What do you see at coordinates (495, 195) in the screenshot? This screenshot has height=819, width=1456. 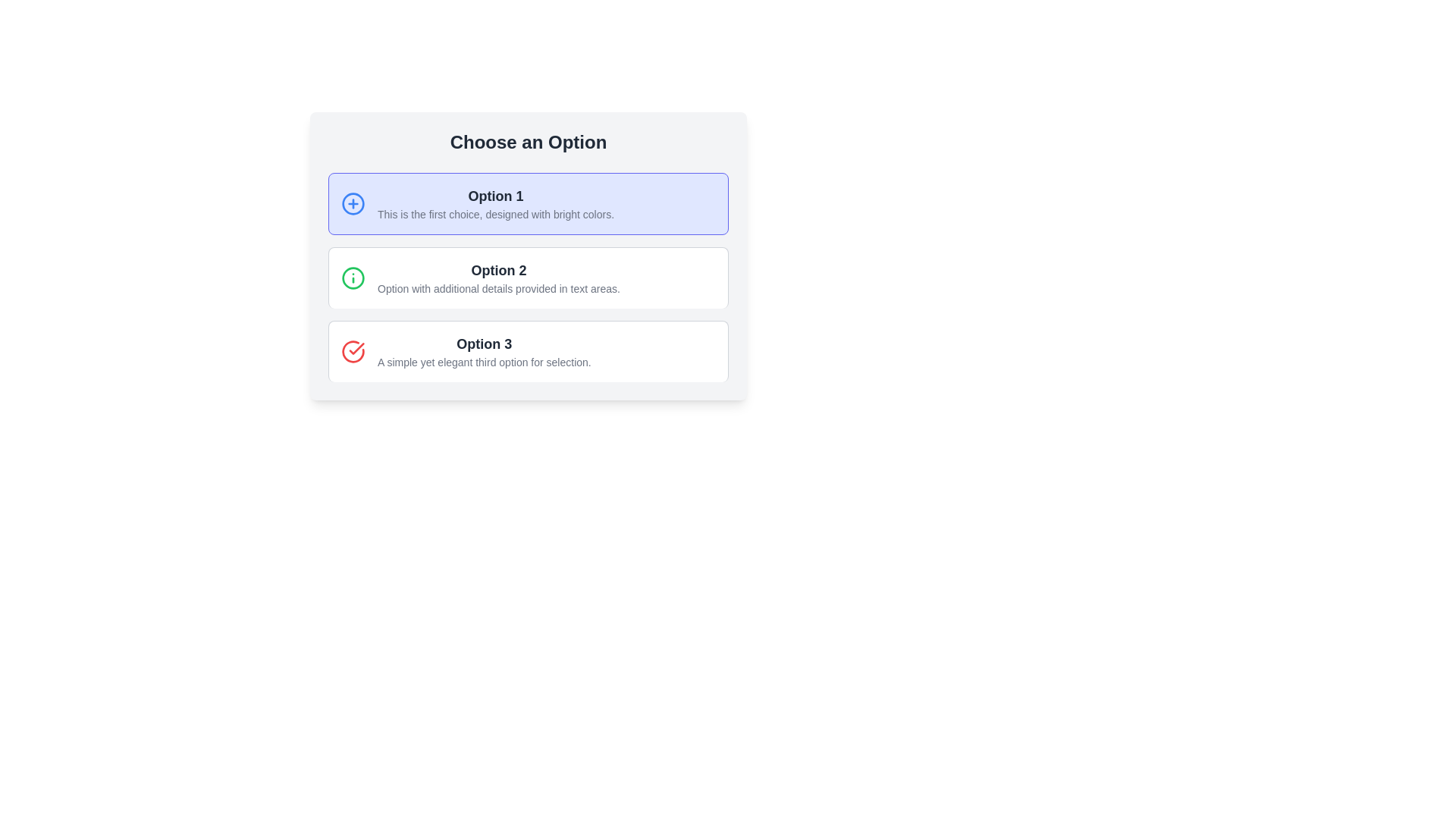 I see `text label that identifies the first option in the selection interface, labeled 'Option 1'` at bounding box center [495, 195].